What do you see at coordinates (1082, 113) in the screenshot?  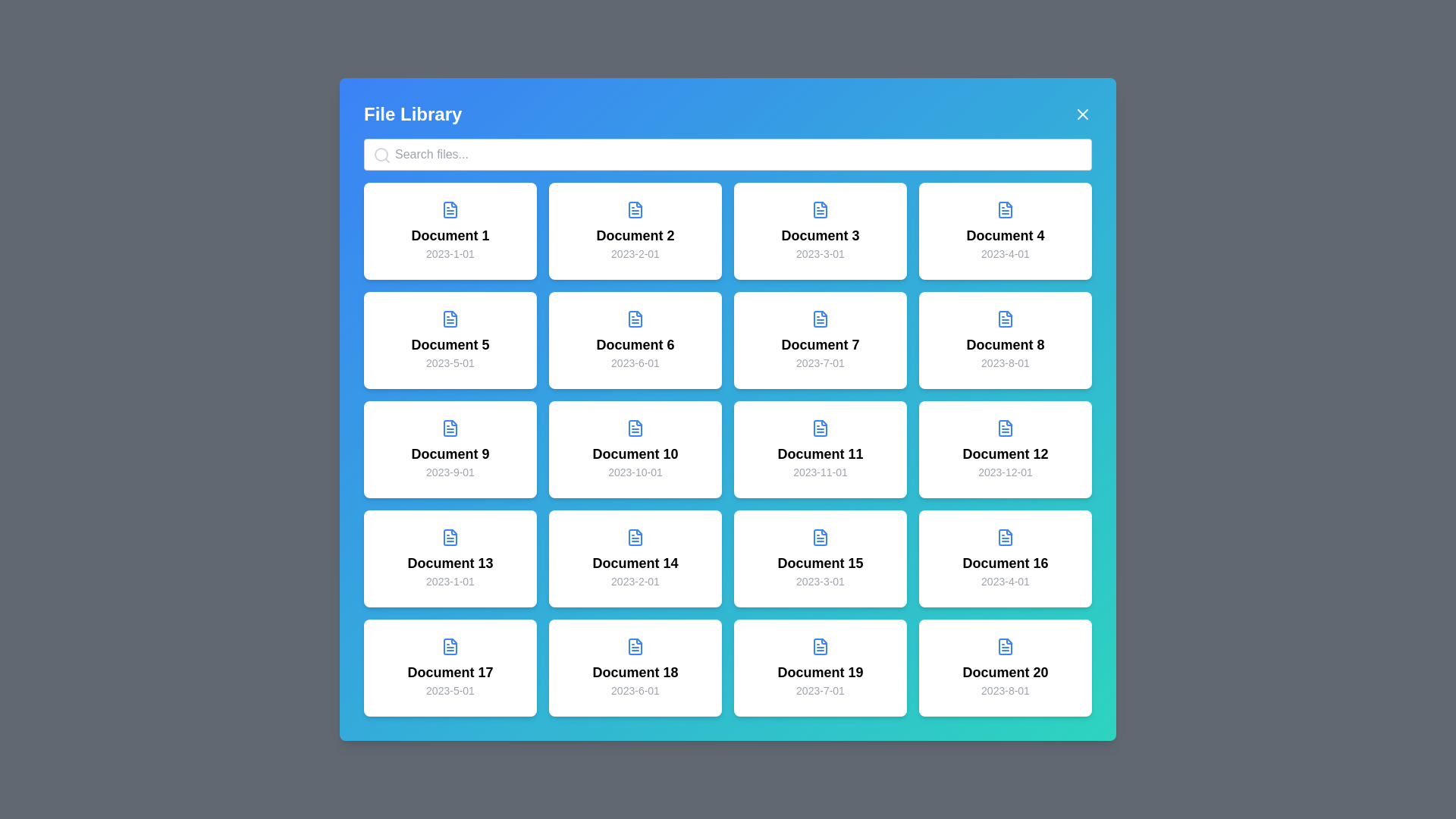 I see `the close button to hide the file library` at bounding box center [1082, 113].